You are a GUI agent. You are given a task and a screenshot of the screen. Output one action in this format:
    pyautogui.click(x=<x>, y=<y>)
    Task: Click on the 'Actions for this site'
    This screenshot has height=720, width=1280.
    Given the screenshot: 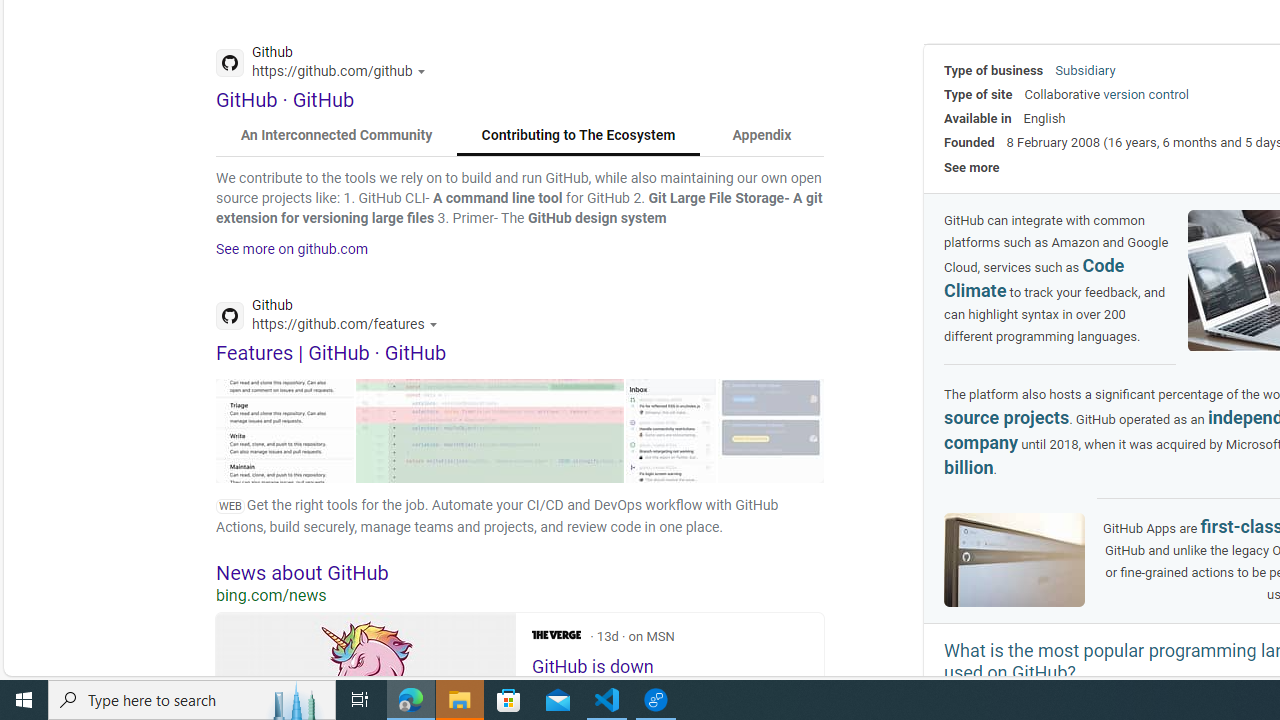 What is the action you would take?
    pyautogui.click(x=434, y=324)
    